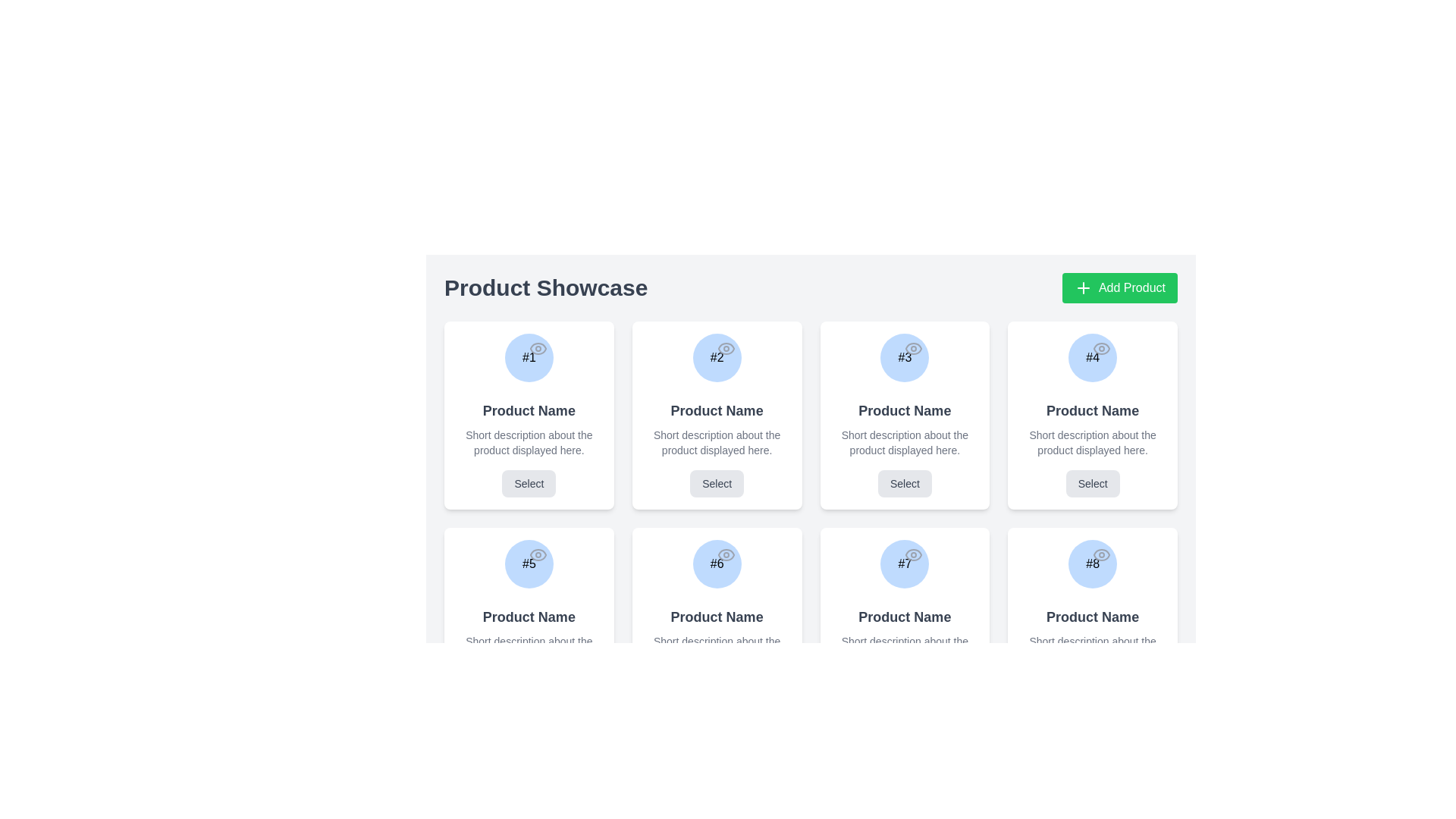 The height and width of the screenshot is (819, 1456). I want to click on the text label displaying the number '#2' within the light blue circular badge, located at the top-center of the product card in the second column of the first row, so click(716, 357).